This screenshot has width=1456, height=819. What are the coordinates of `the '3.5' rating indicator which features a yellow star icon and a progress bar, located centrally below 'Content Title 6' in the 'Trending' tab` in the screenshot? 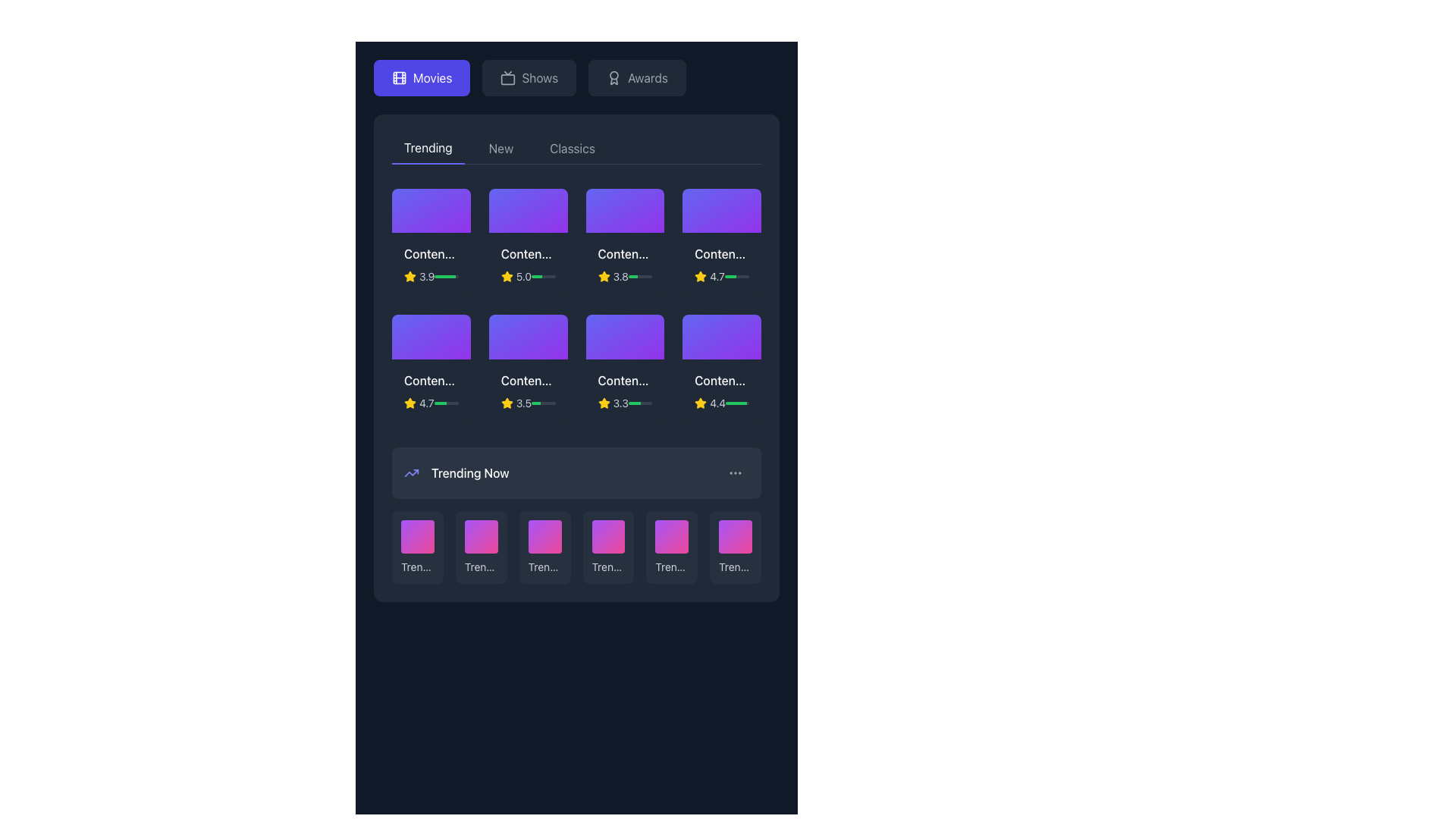 It's located at (528, 402).